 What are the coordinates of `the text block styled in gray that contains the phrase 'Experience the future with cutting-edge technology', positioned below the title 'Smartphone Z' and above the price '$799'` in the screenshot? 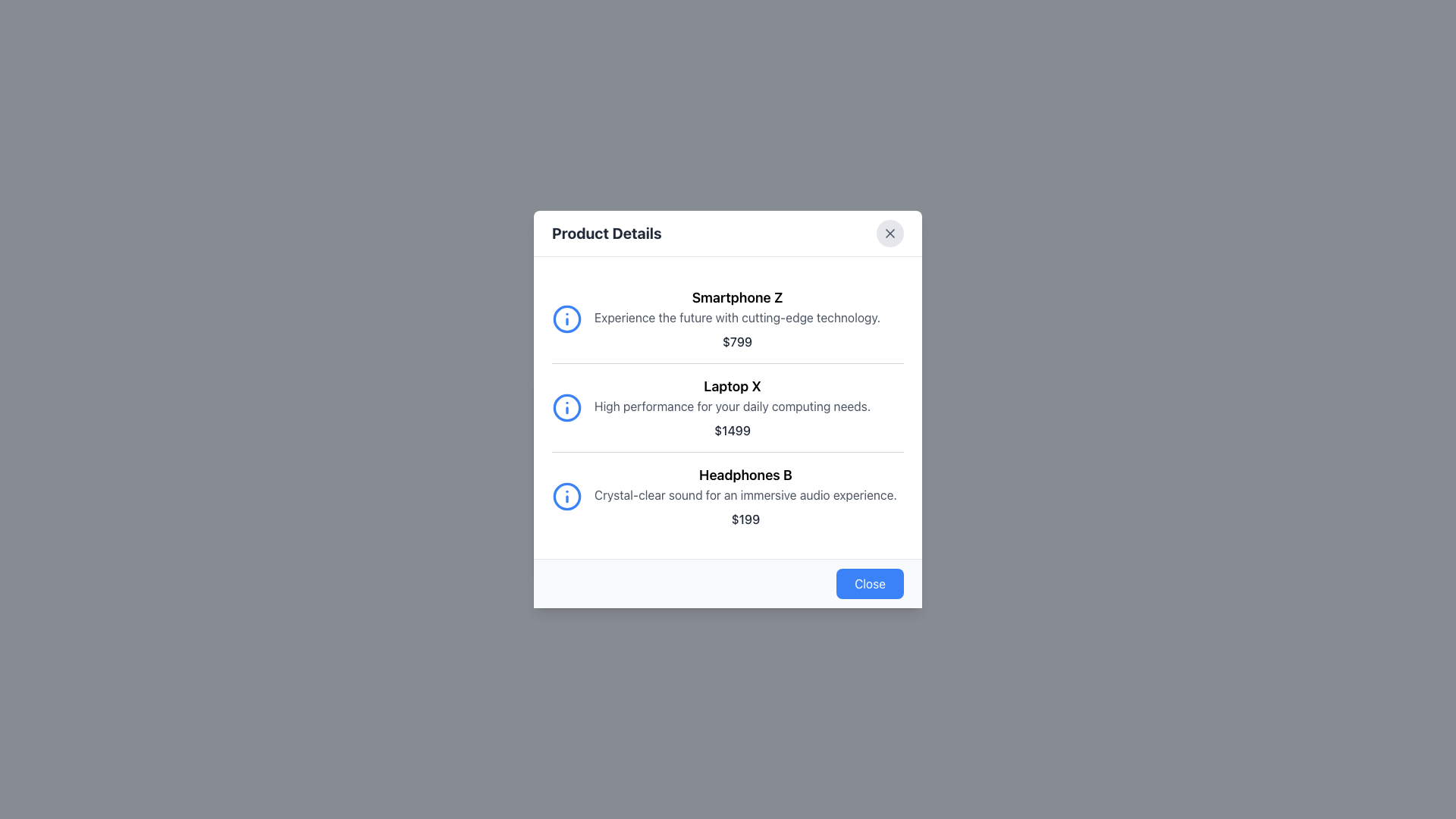 It's located at (737, 317).